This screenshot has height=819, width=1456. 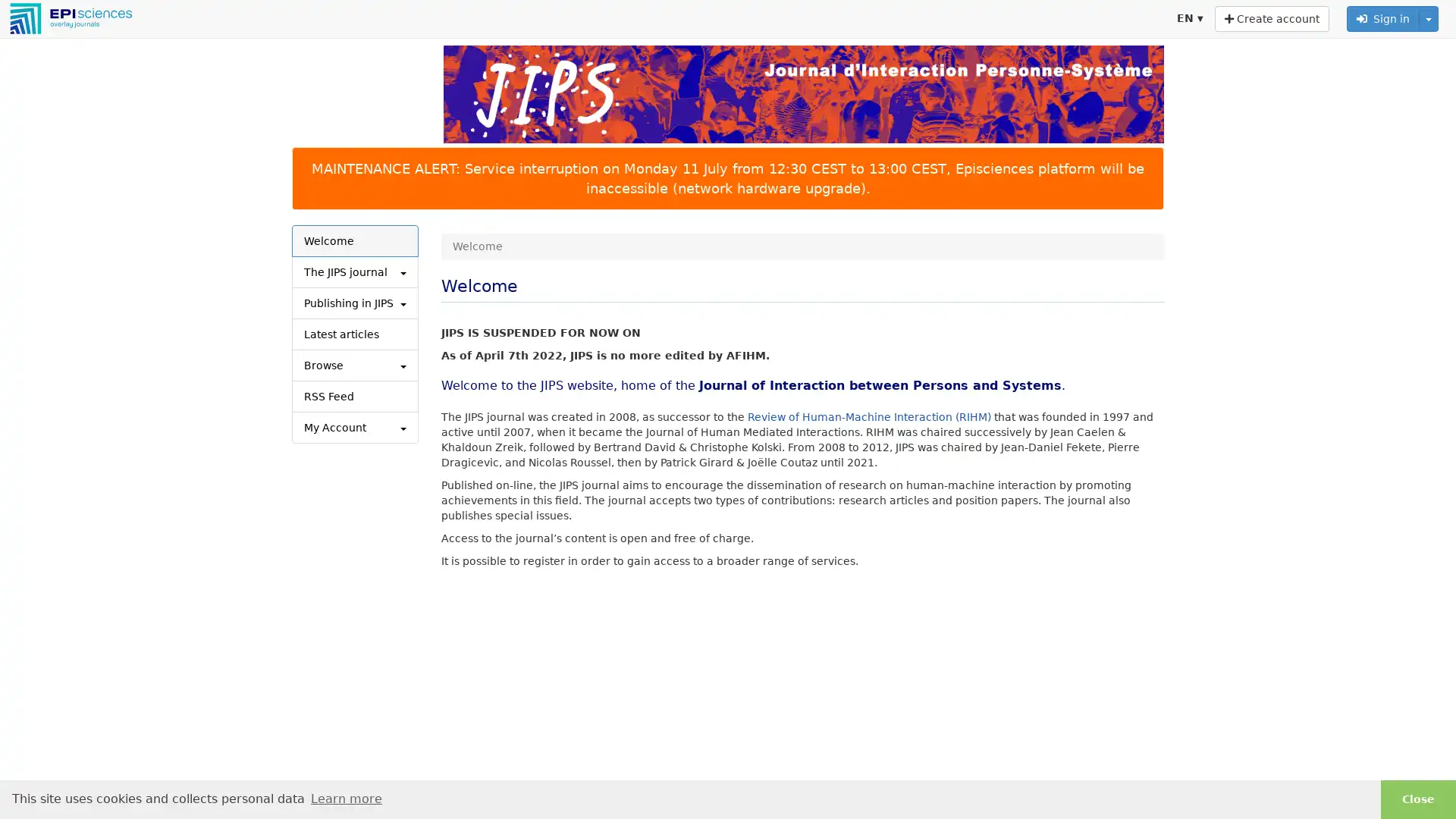 What do you see at coordinates (345, 798) in the screenshot?
I see `learn more about cookies` at bounding box center [345, 798].